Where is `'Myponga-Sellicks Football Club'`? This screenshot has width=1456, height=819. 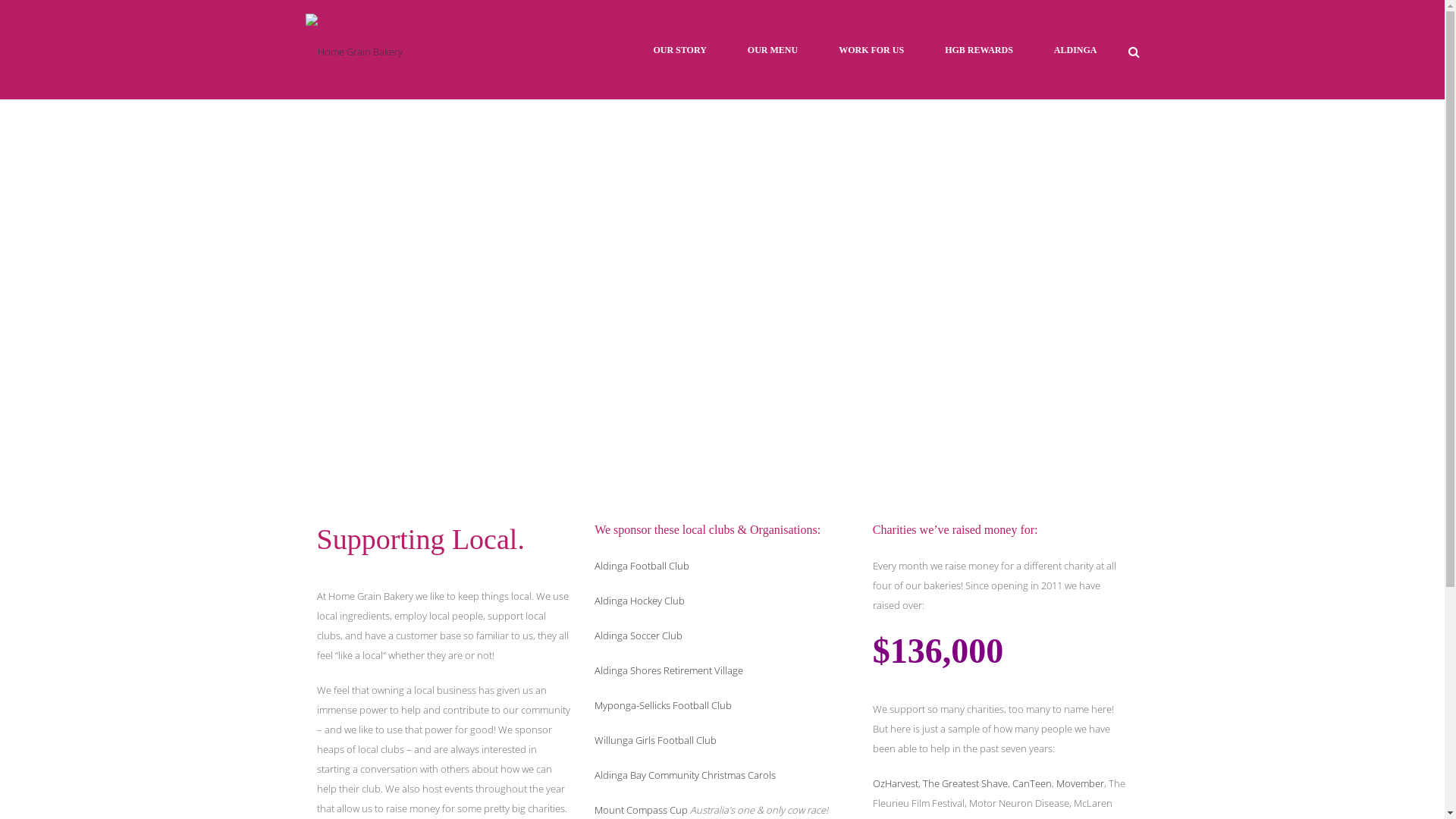
'Myponga-Sellicks Football Club' is located at coordinates (663, 704).